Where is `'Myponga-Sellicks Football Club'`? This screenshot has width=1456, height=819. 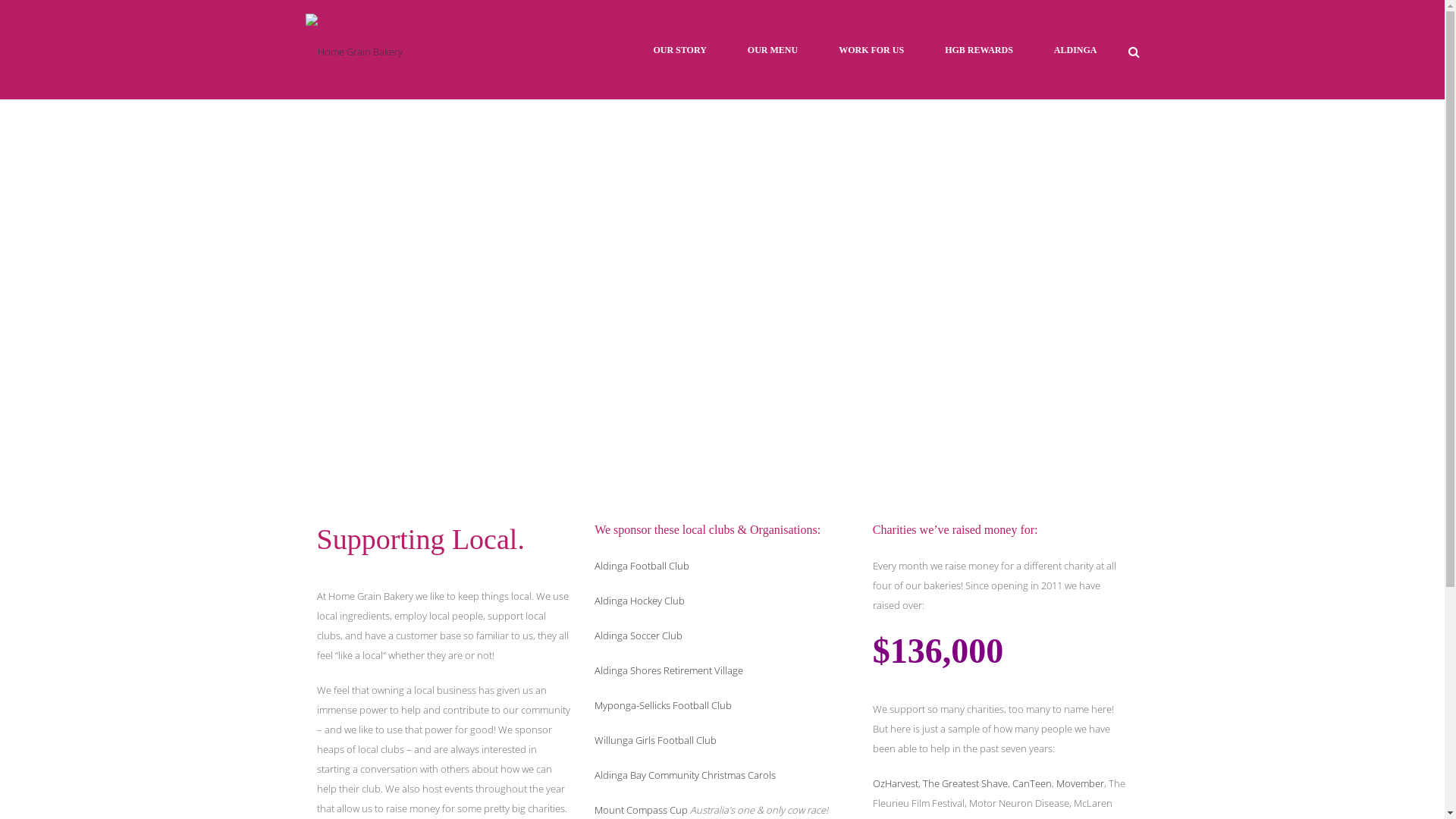
'Myponga-Sellicks Football Club' is located at coordinates (663, 704).